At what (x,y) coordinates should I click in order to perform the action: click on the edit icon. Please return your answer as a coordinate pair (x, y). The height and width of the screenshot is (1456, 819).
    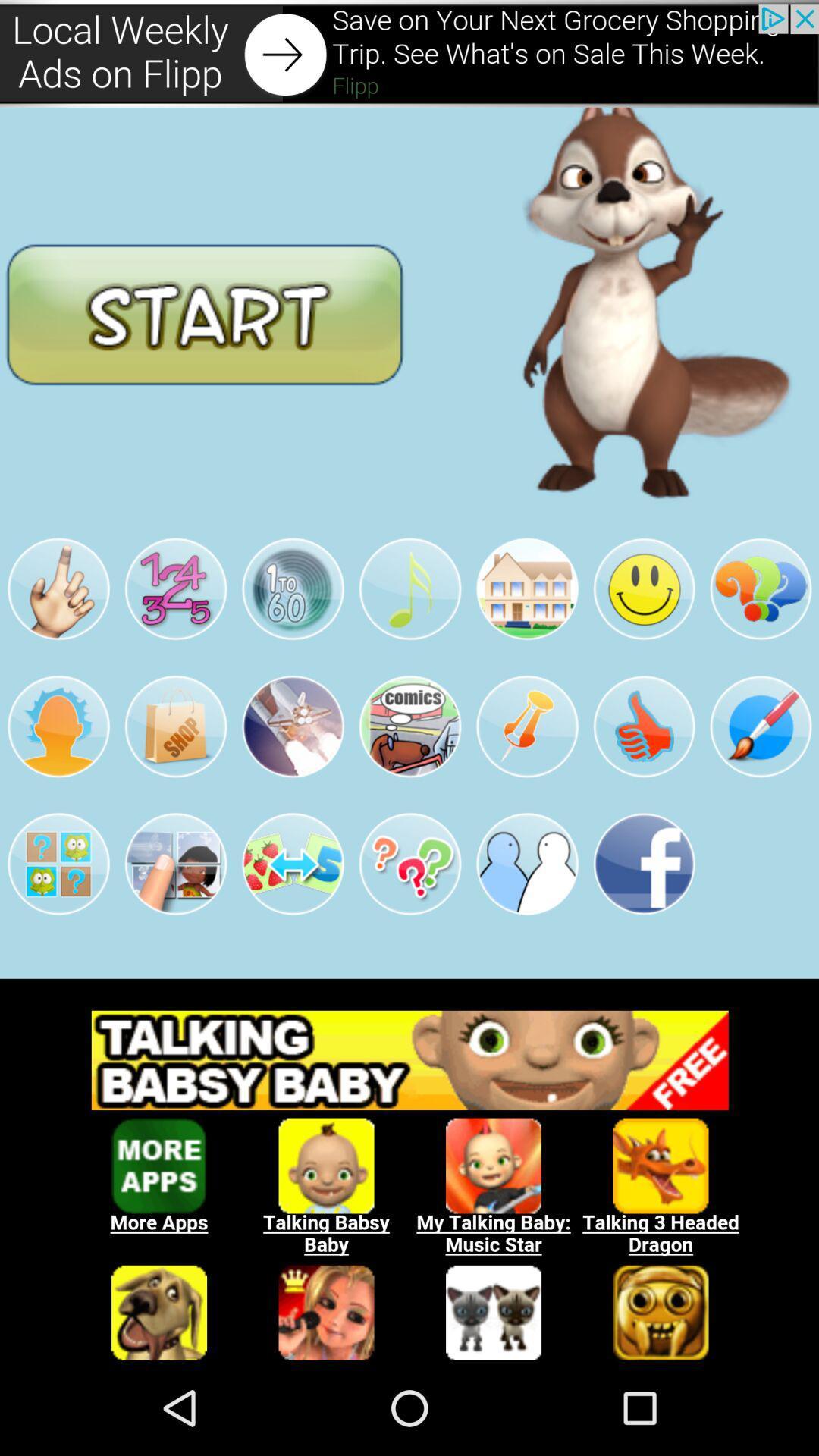
    Looking at the image, I should click on (761, 777).